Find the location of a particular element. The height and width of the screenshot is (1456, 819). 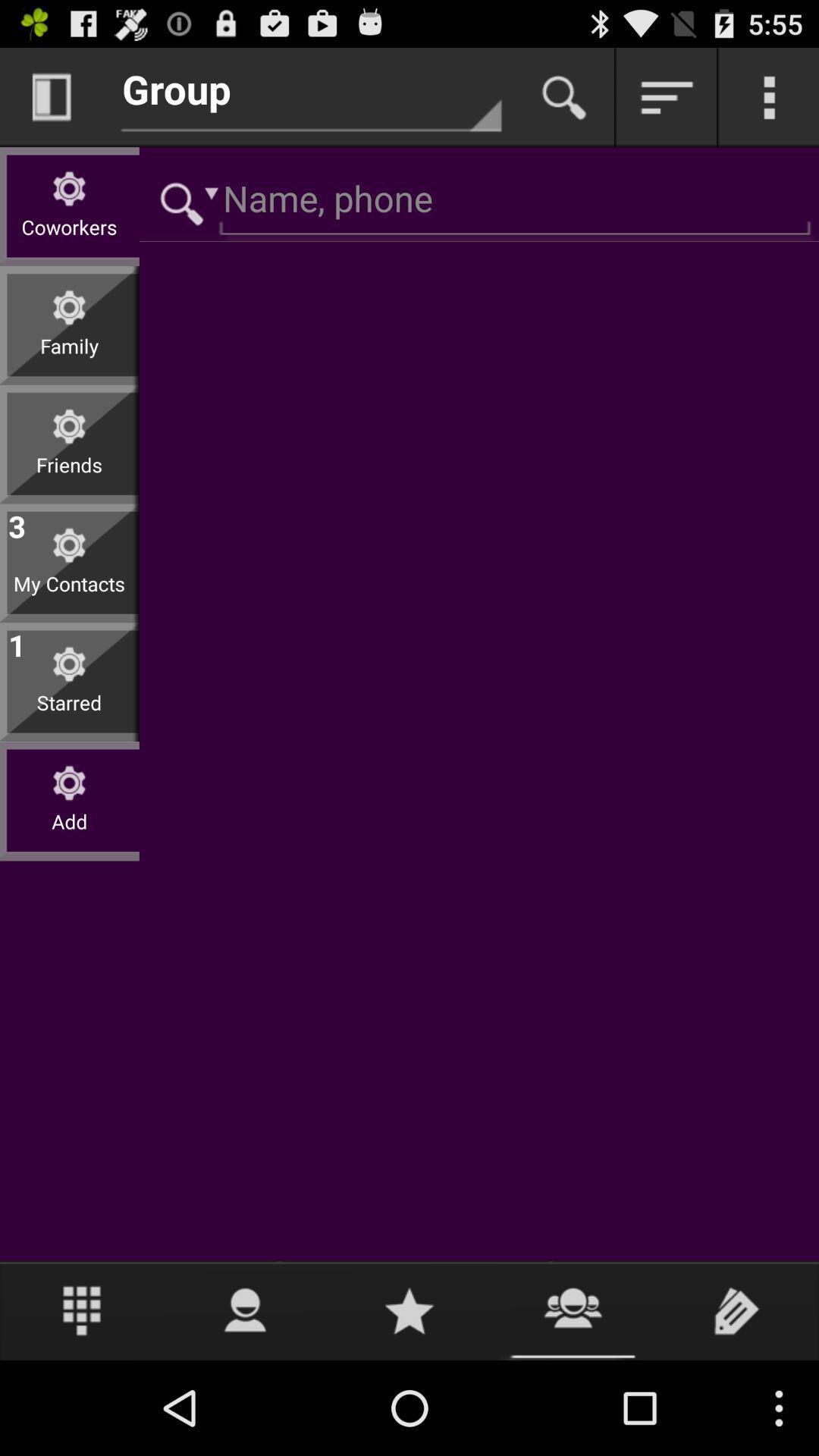

choose sort method is located at coordinates (666, 96).